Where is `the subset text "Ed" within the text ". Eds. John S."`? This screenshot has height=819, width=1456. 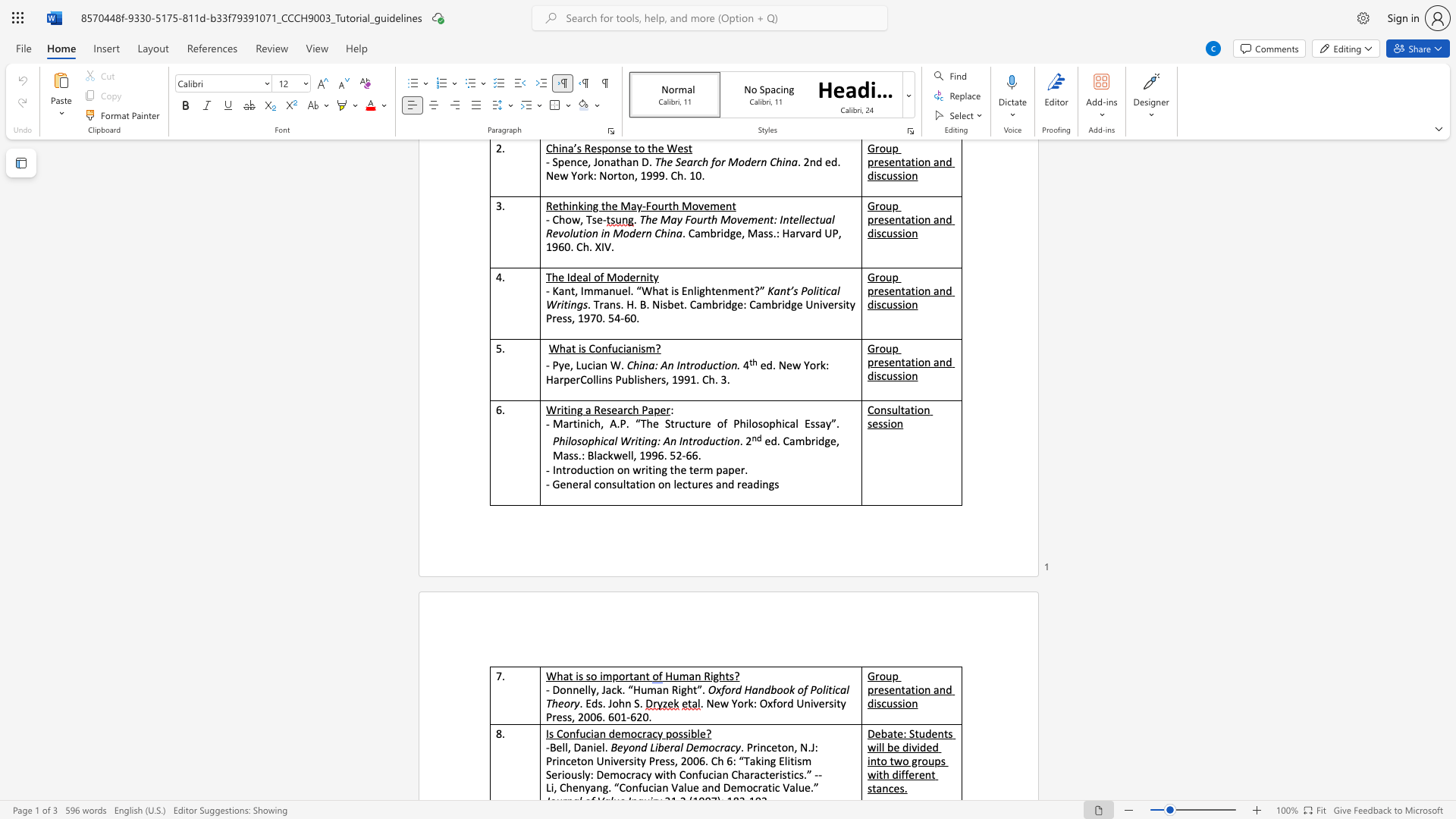
the subset text "Ed" within the text ". Eds. John S." is located at coordinates (585, 703).